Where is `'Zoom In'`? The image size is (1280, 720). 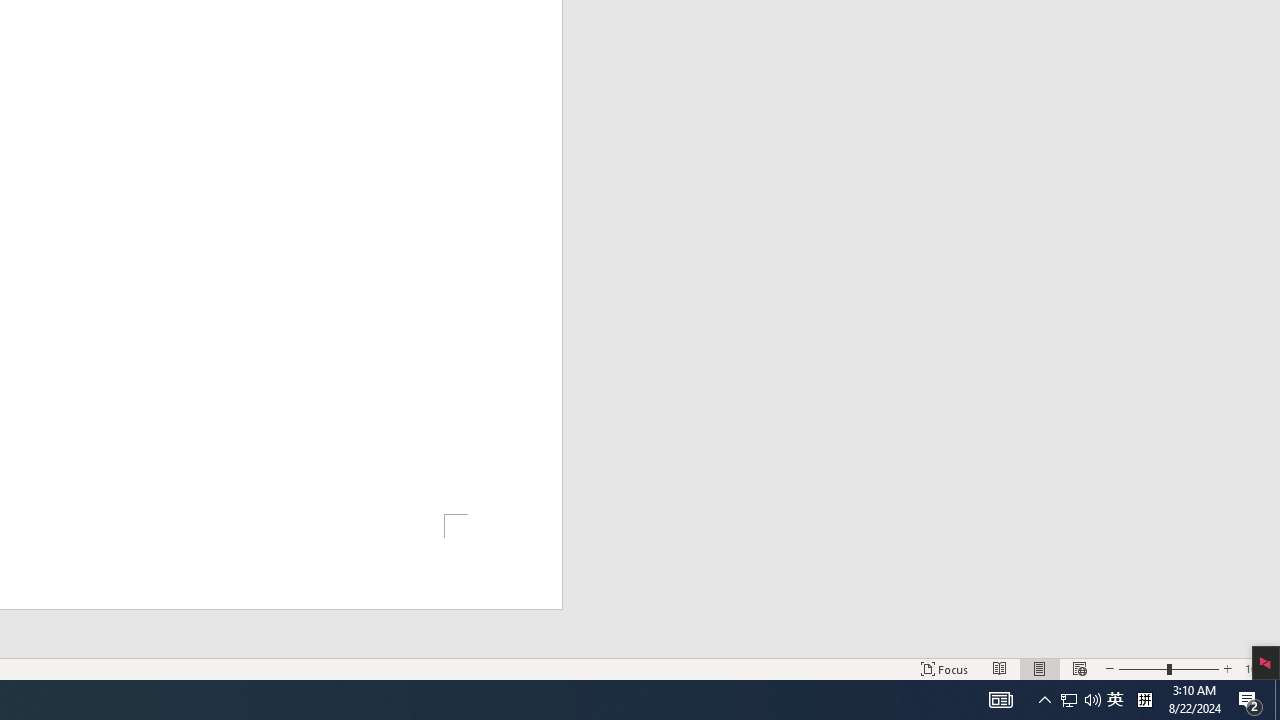
'Zoom In' is located at coordinates (1226, 669).